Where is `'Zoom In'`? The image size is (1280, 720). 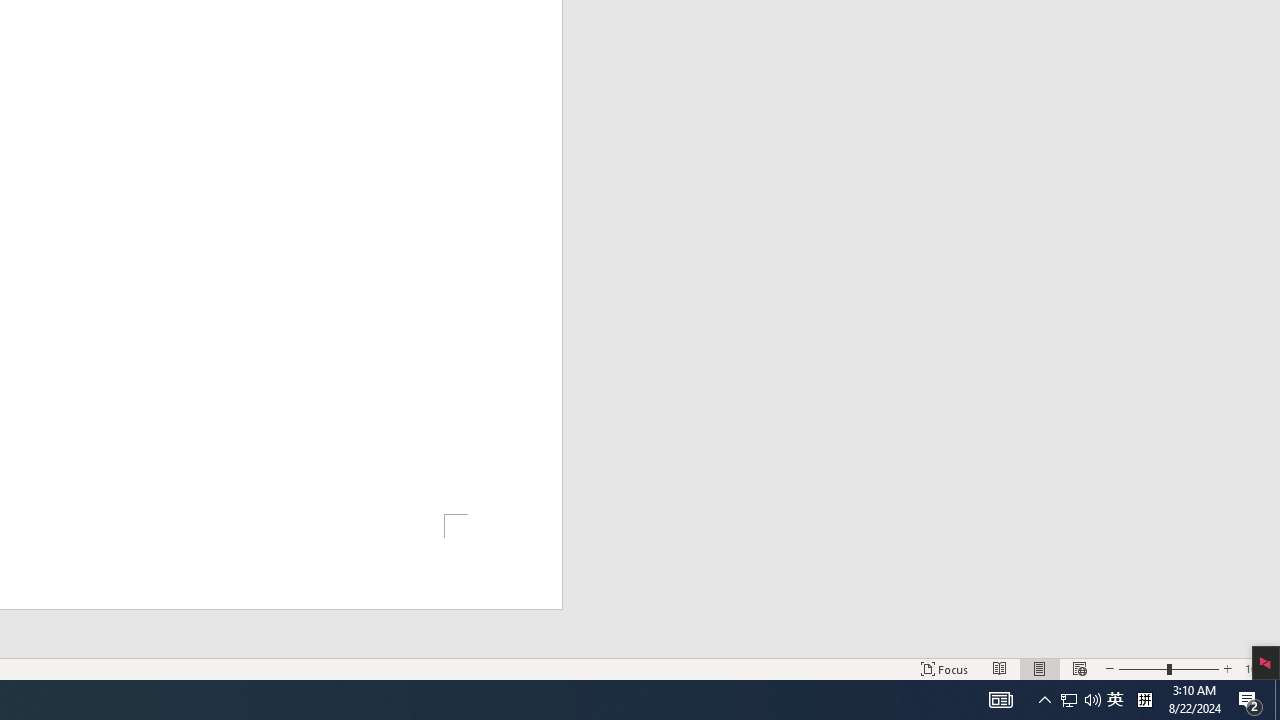
'Zoom In' is located at coordinates (1226, 669).